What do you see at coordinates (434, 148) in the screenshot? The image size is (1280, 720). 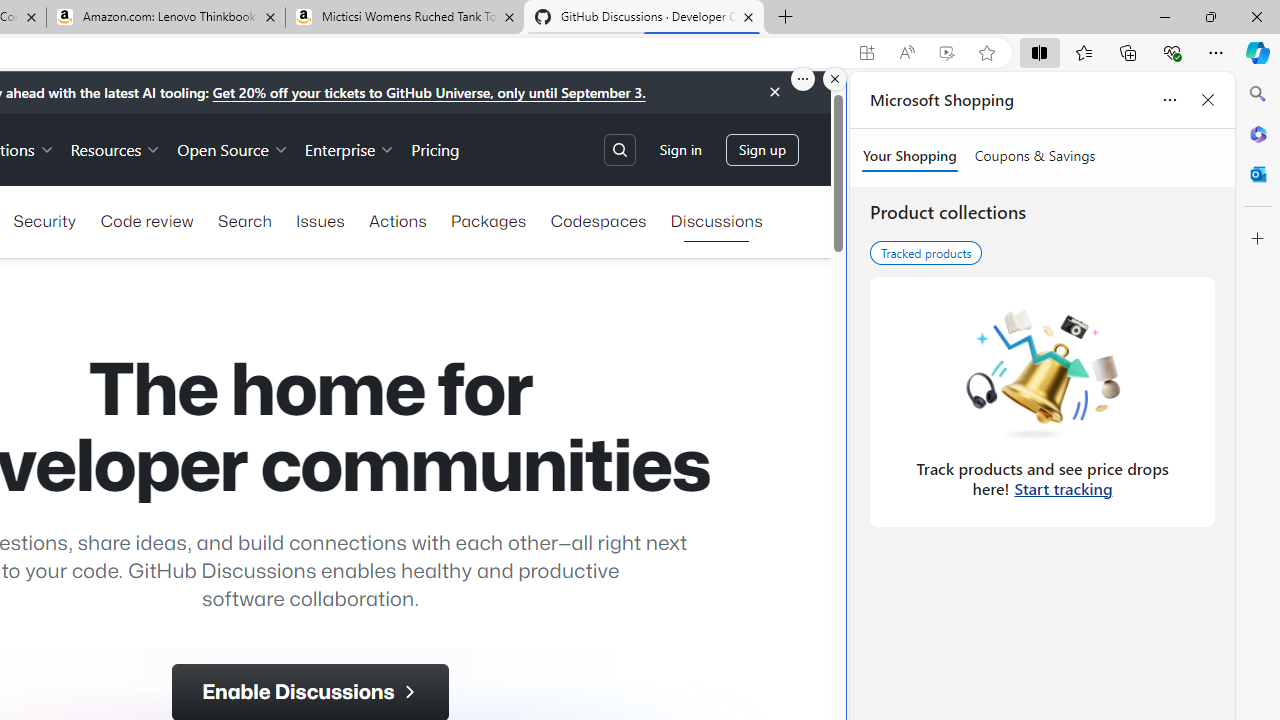 I see `'Pricing'` at bounding box center [434, 148].